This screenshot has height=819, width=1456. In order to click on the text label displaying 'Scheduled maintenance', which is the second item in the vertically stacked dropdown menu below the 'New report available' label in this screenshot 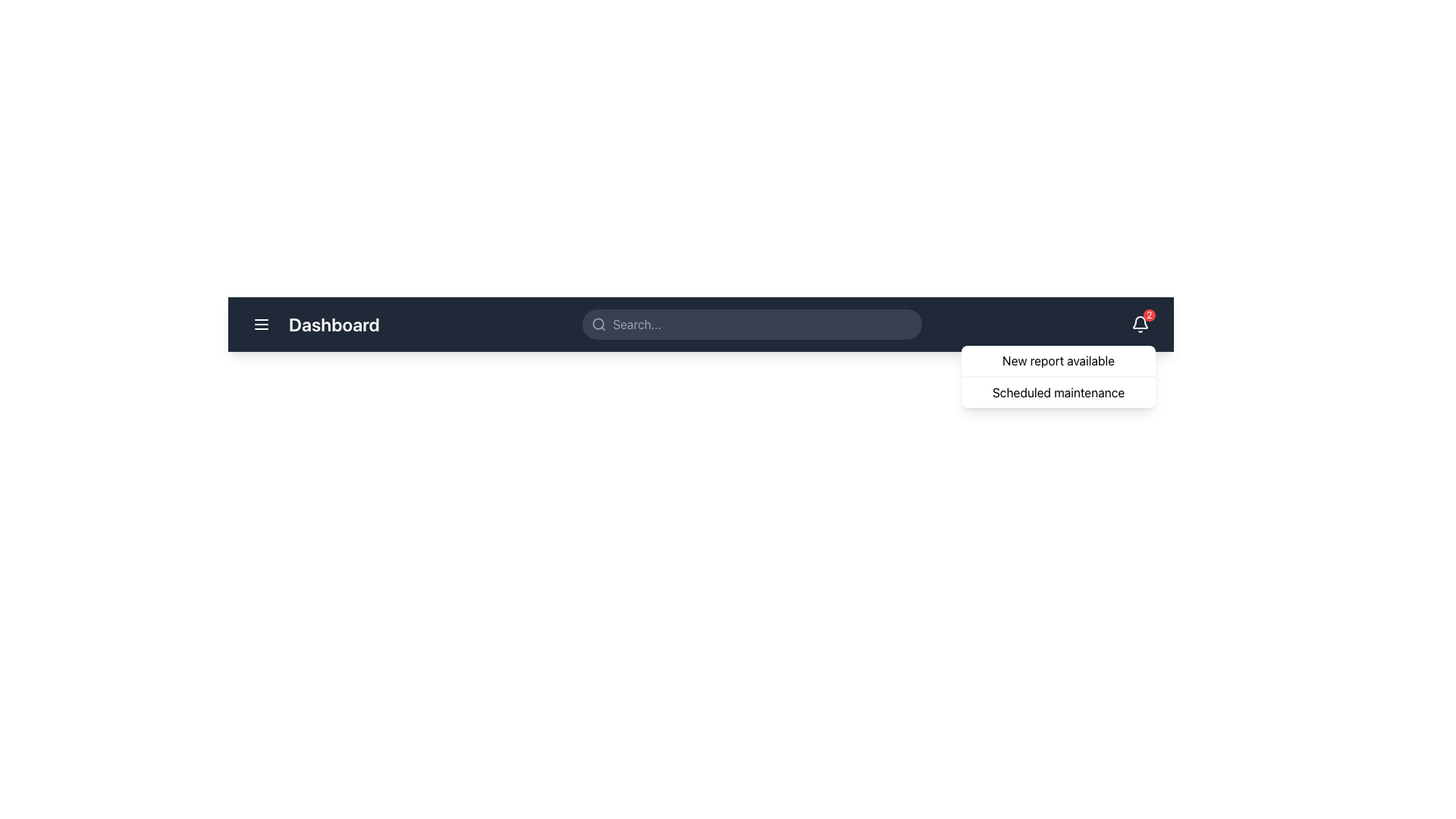, I will do `click(1058, 391)`.